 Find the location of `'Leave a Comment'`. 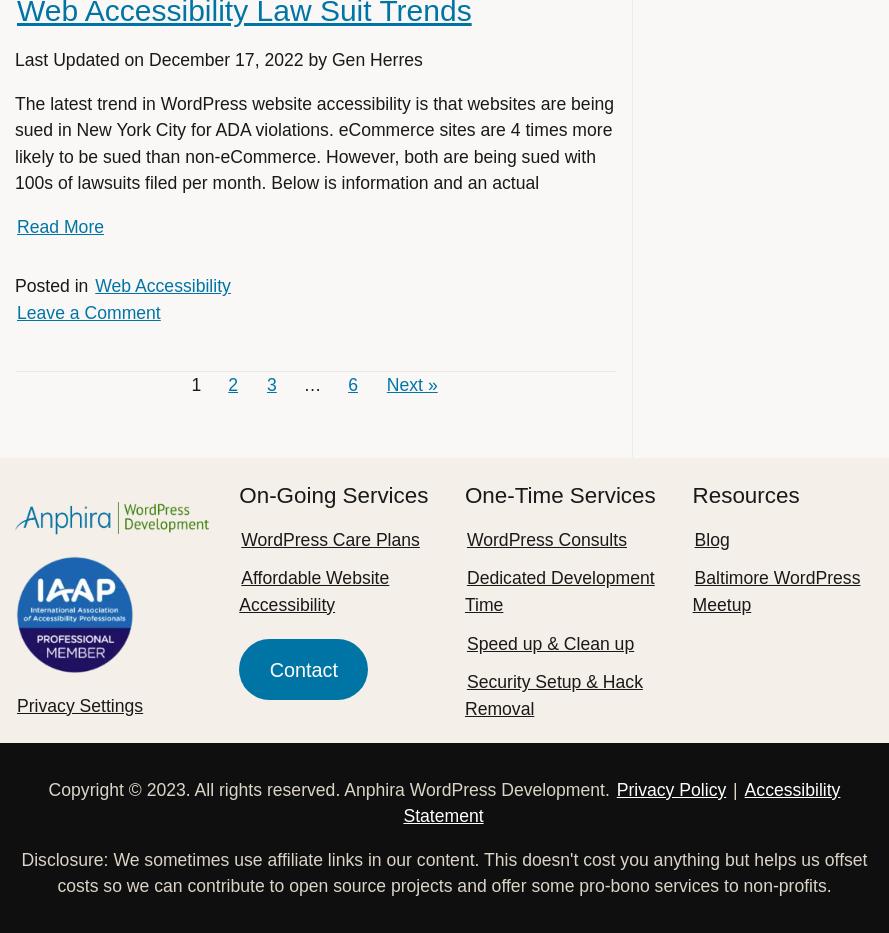

'Leave a Comment' is located at coordinates (87, 311).